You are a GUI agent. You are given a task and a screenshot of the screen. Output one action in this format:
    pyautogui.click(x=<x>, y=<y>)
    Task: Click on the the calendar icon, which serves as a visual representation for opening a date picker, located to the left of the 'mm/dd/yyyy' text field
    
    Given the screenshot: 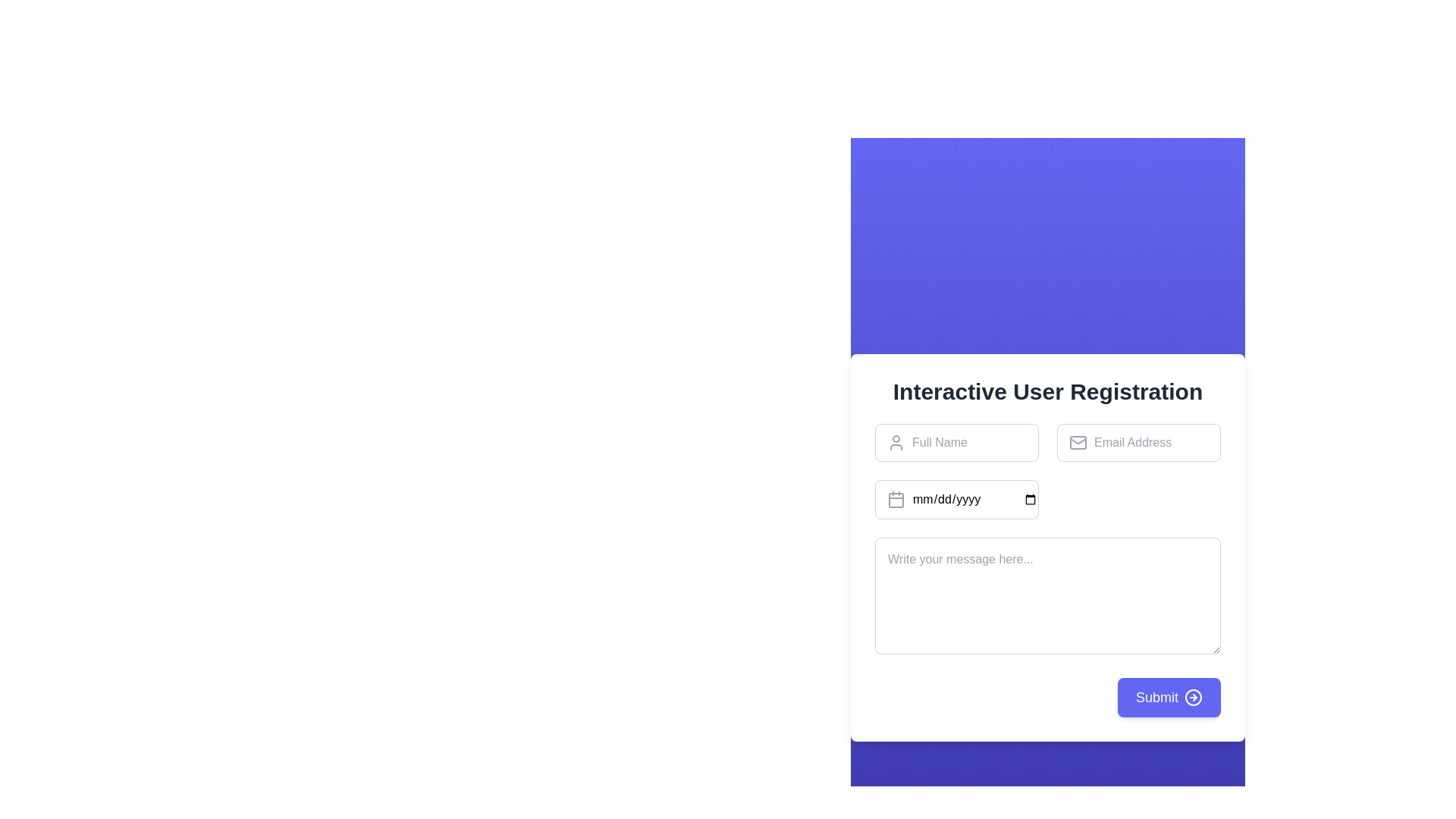 What is the action you would take?
    pyautogui.click(x=896, y=500)
    